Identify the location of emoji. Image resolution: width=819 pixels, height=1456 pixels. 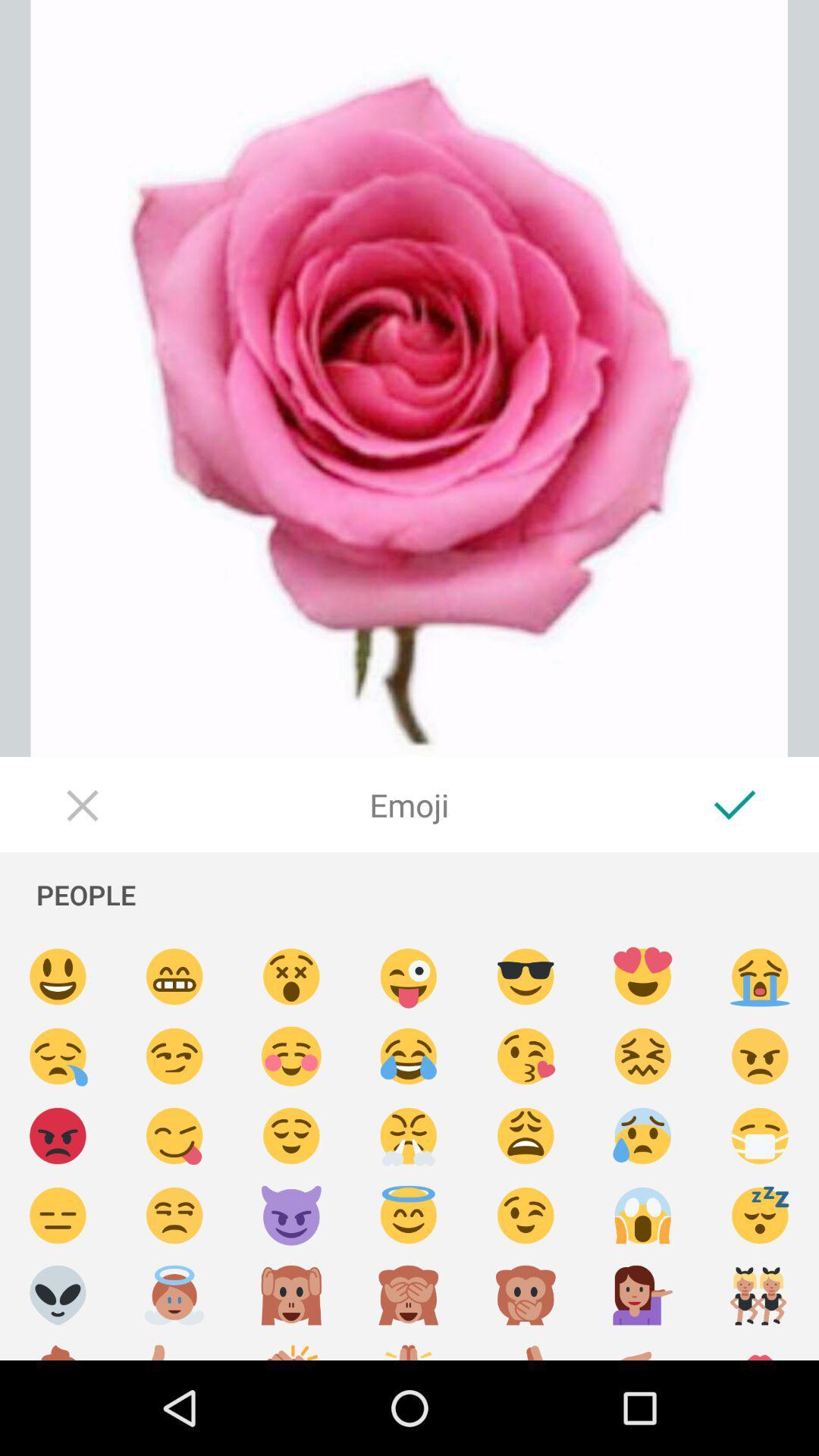
(525, 1294).